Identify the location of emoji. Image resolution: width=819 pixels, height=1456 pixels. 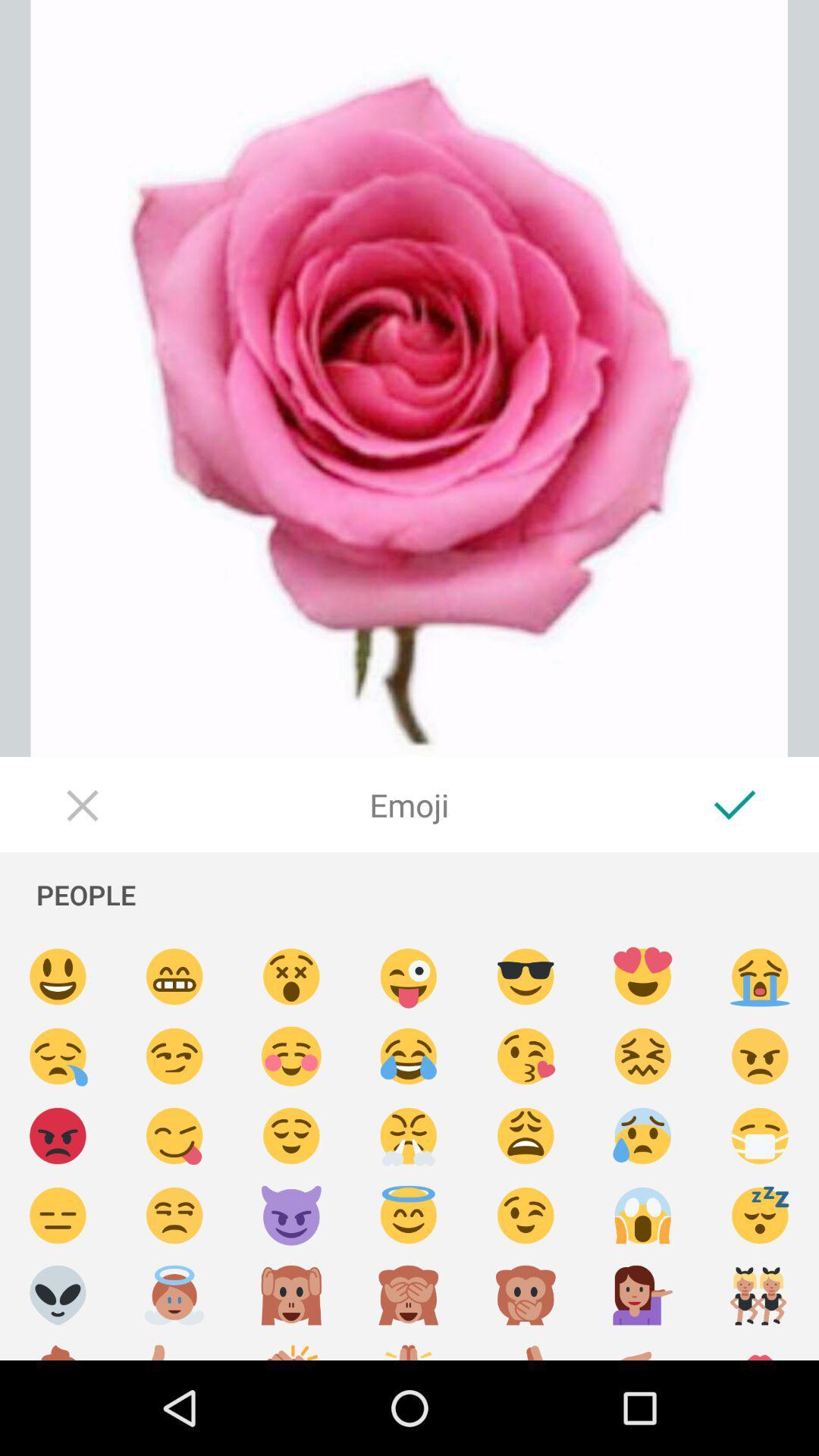
(525, 1294).